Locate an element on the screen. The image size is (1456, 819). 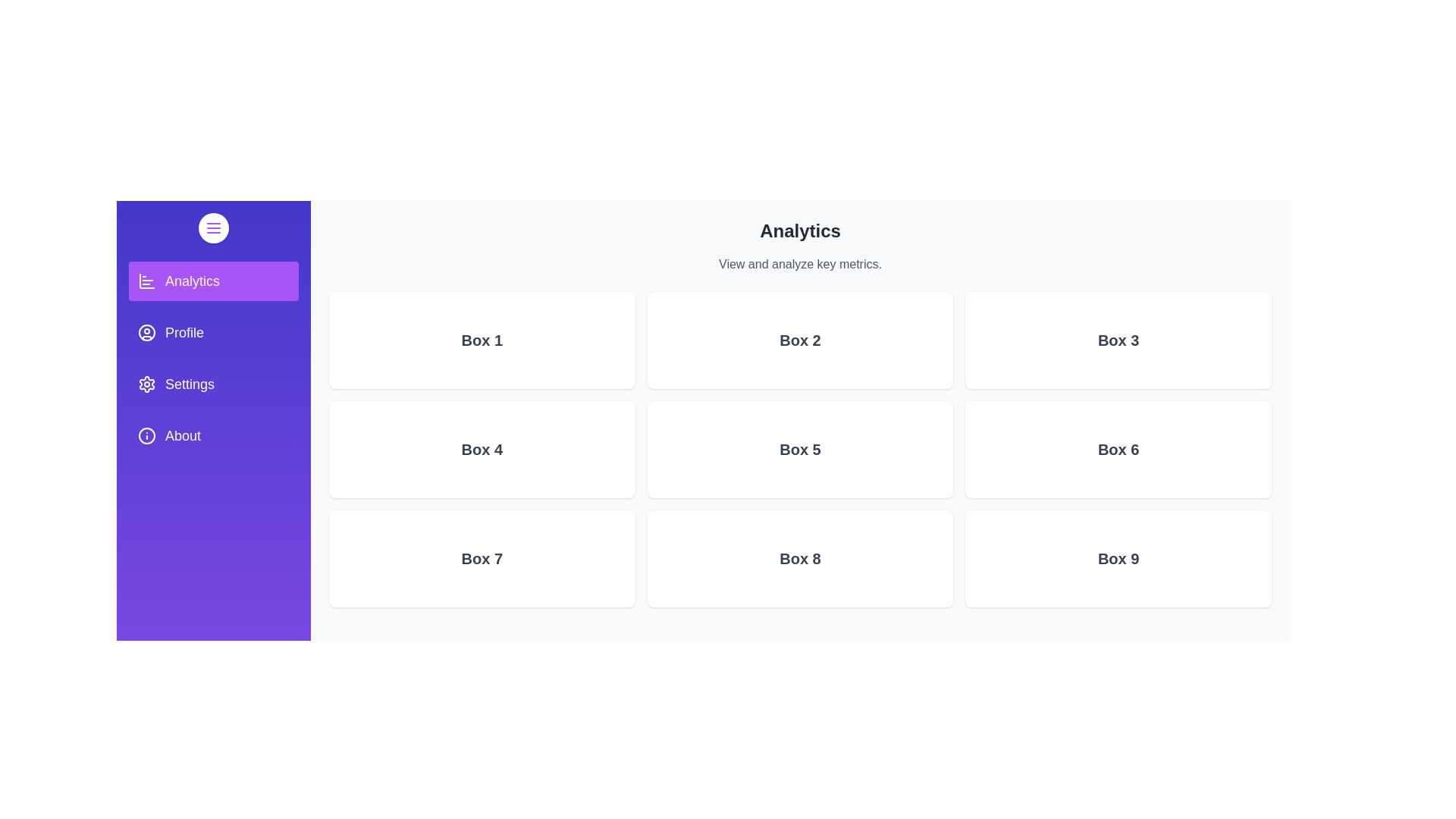
the menu button to toggle the drawer is located at coordinates (213, 227).